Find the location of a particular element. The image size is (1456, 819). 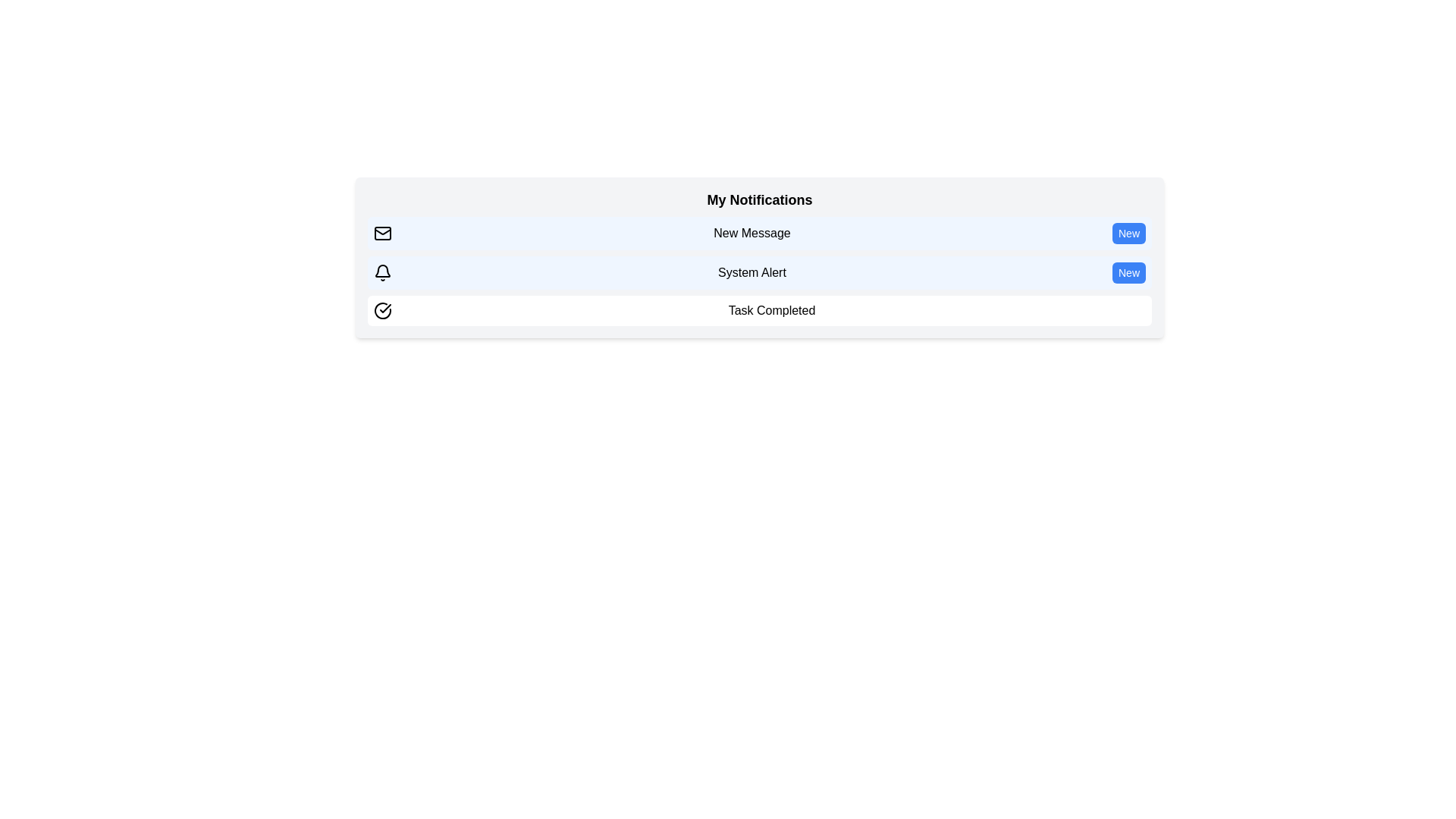

the circular graphic icon indicating a successfully completed task, located to the left of the 'Task Completed' text label in the notification list is located at coordinates (385, 308).